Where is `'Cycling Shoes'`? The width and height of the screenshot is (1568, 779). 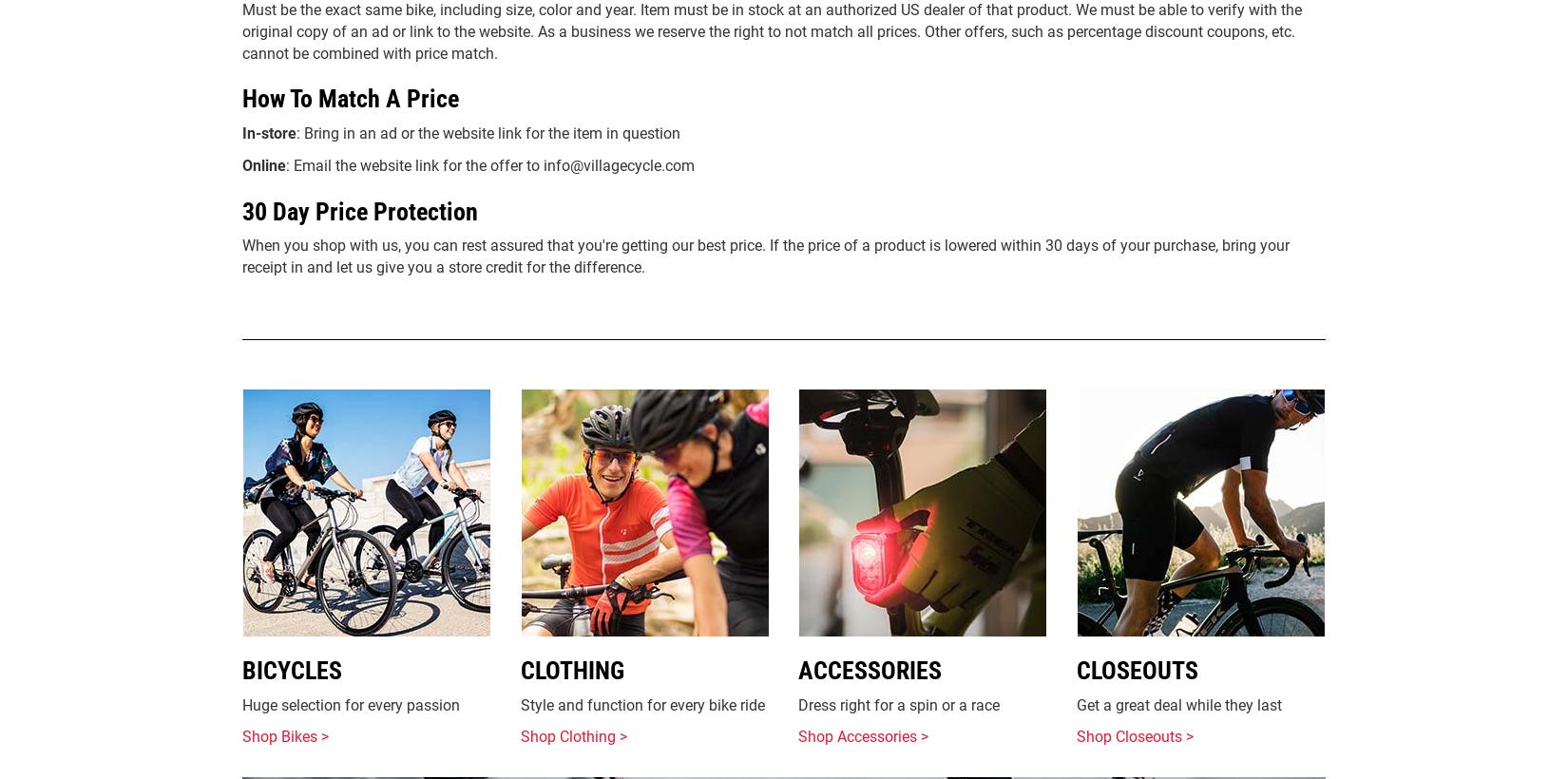
'Cycling Shoes' is located at coordinates (1134, 235).